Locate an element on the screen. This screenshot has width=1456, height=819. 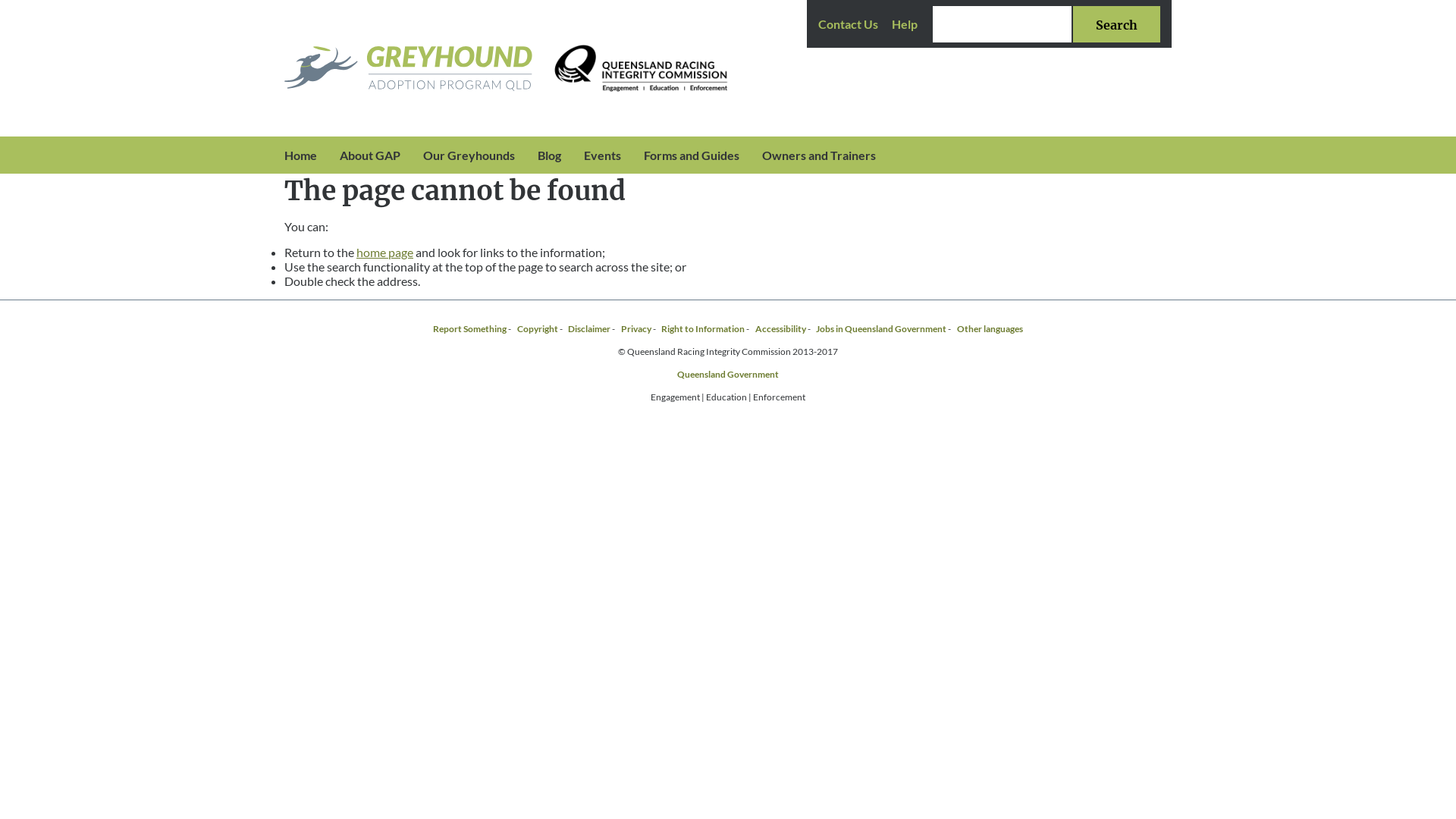
'Owners and Trainers' is located at coordinates (750, 155).